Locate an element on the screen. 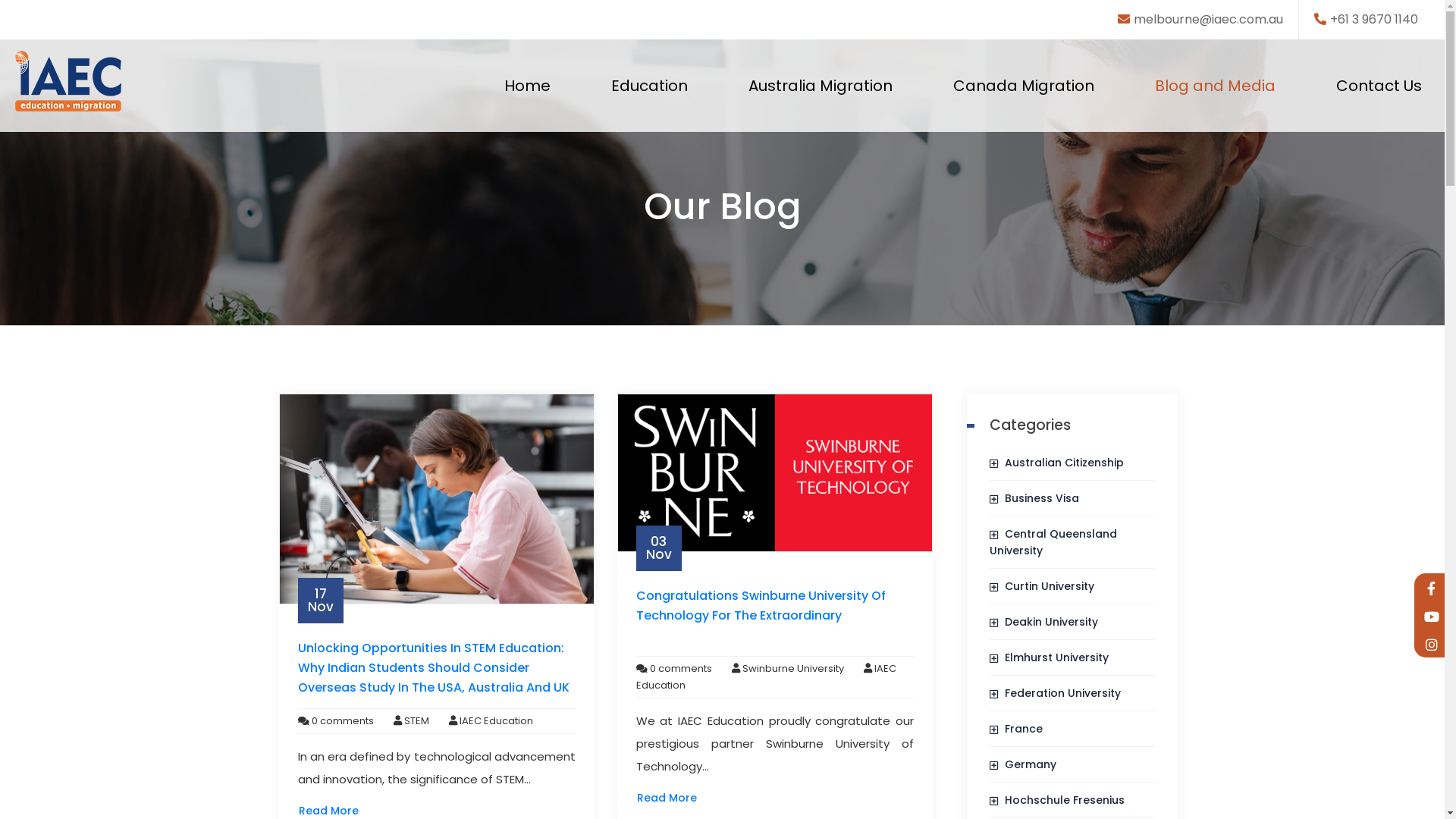 This screenshot has width=1456, height=819. 'melbourne@iaec.com.au' is located at coordinates (1117, 19).